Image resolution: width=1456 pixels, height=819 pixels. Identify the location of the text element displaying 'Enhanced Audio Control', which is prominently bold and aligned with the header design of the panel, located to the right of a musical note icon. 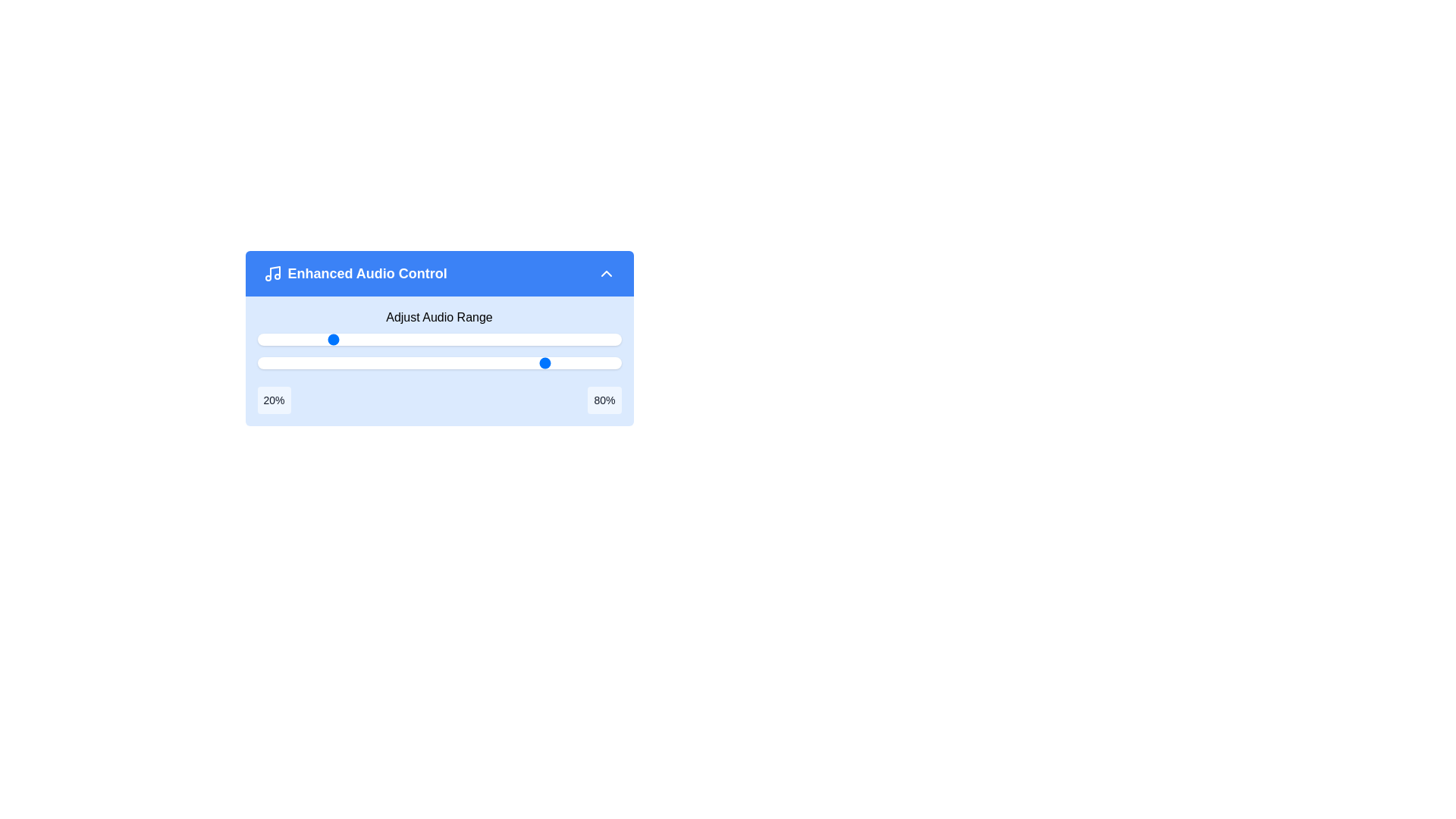
(367, 274).